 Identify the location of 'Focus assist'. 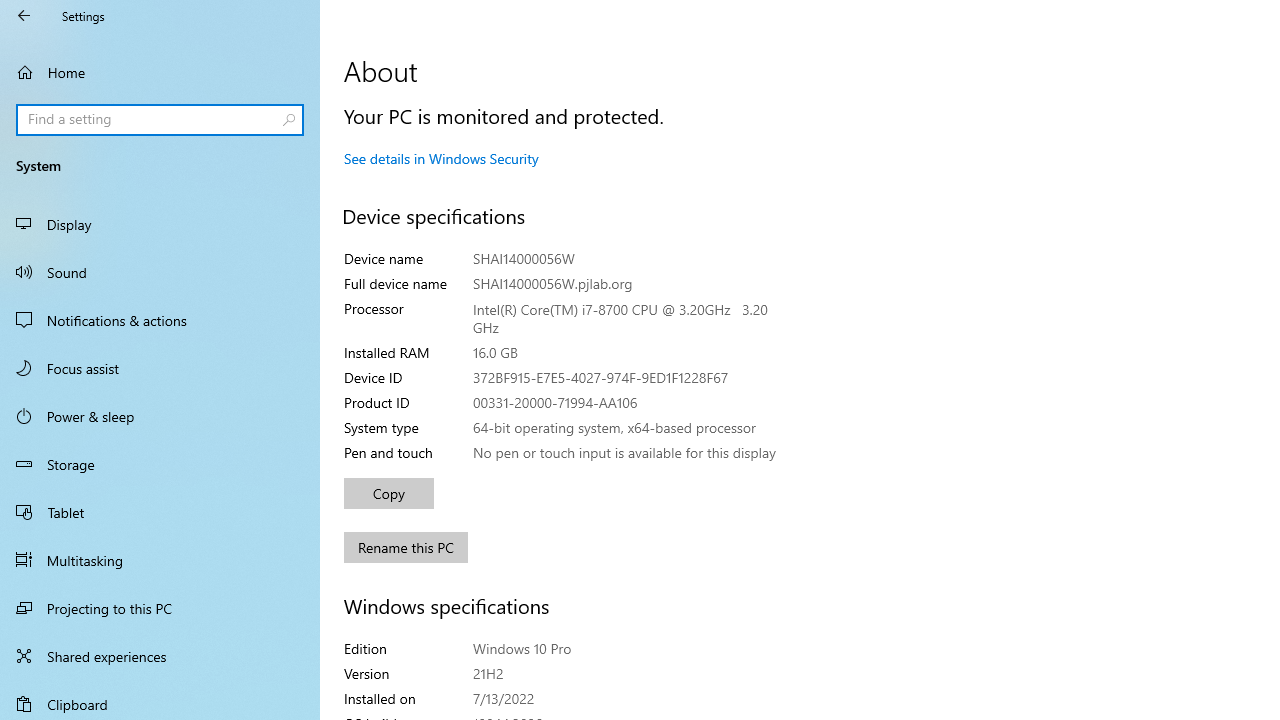
(160, 367).